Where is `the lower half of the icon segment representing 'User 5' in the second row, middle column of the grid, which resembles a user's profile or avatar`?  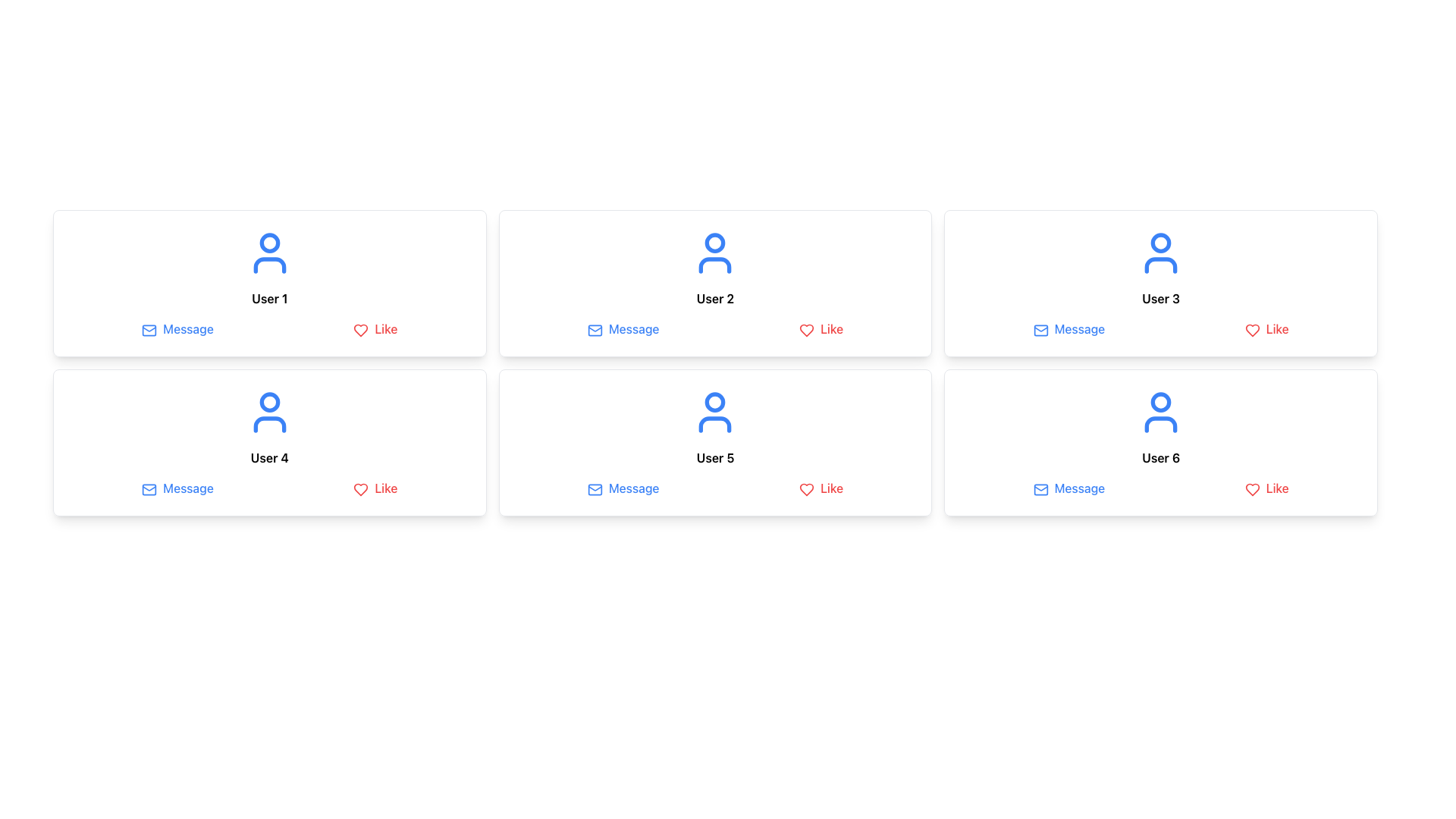 the lower half of the icon segment representing 'User 5' in the second row, middle column of the grid, which resembles a user's profile or avatar is located at coordinates (714, 424).